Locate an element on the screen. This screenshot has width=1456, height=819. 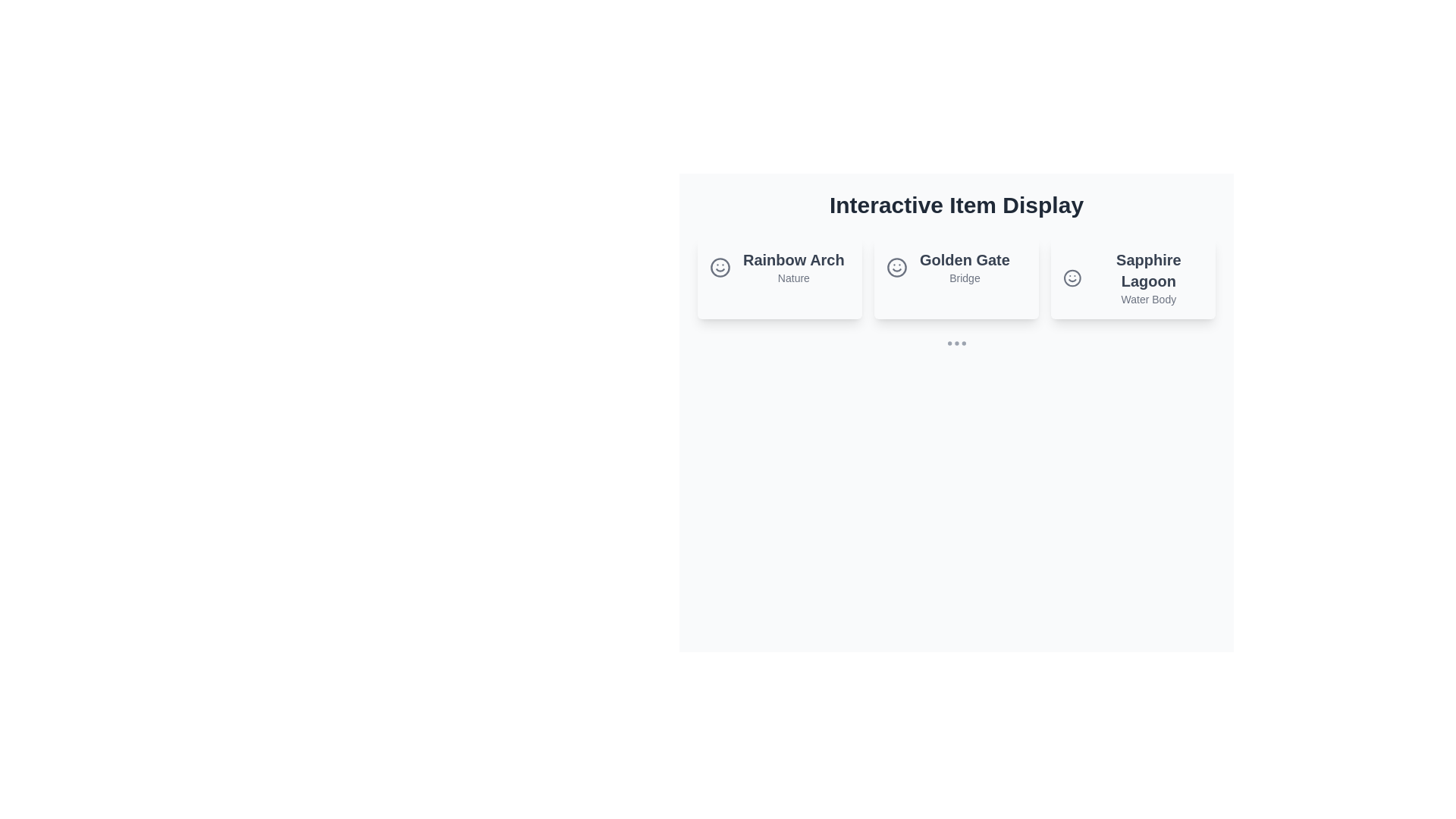
the graphic decoration icon located within the second card from the left in the row of three cards under 'Interactive Item Display' is located at coordinates (896, 267).